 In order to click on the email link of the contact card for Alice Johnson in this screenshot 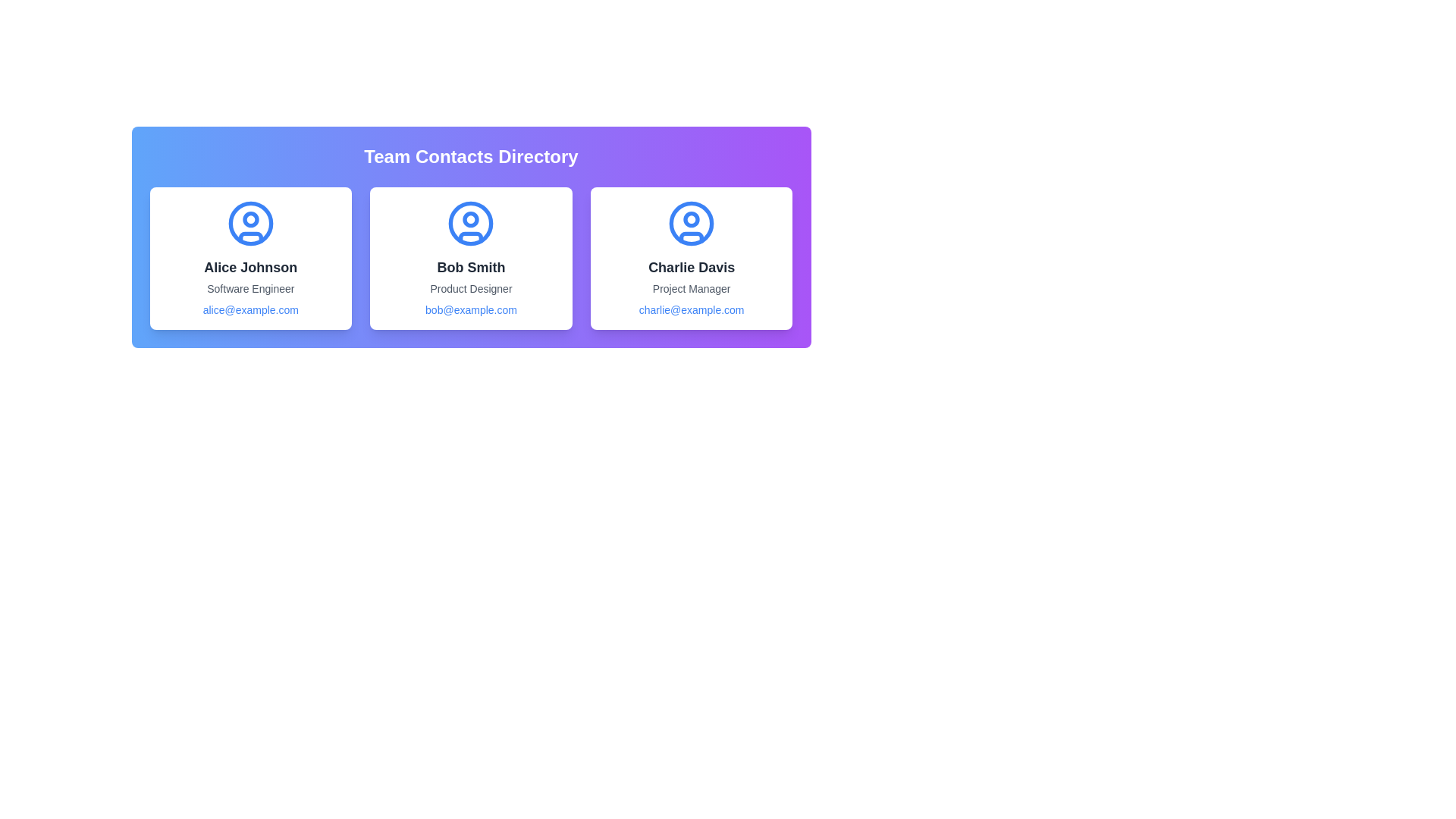, I will do `click(250, 309)`.